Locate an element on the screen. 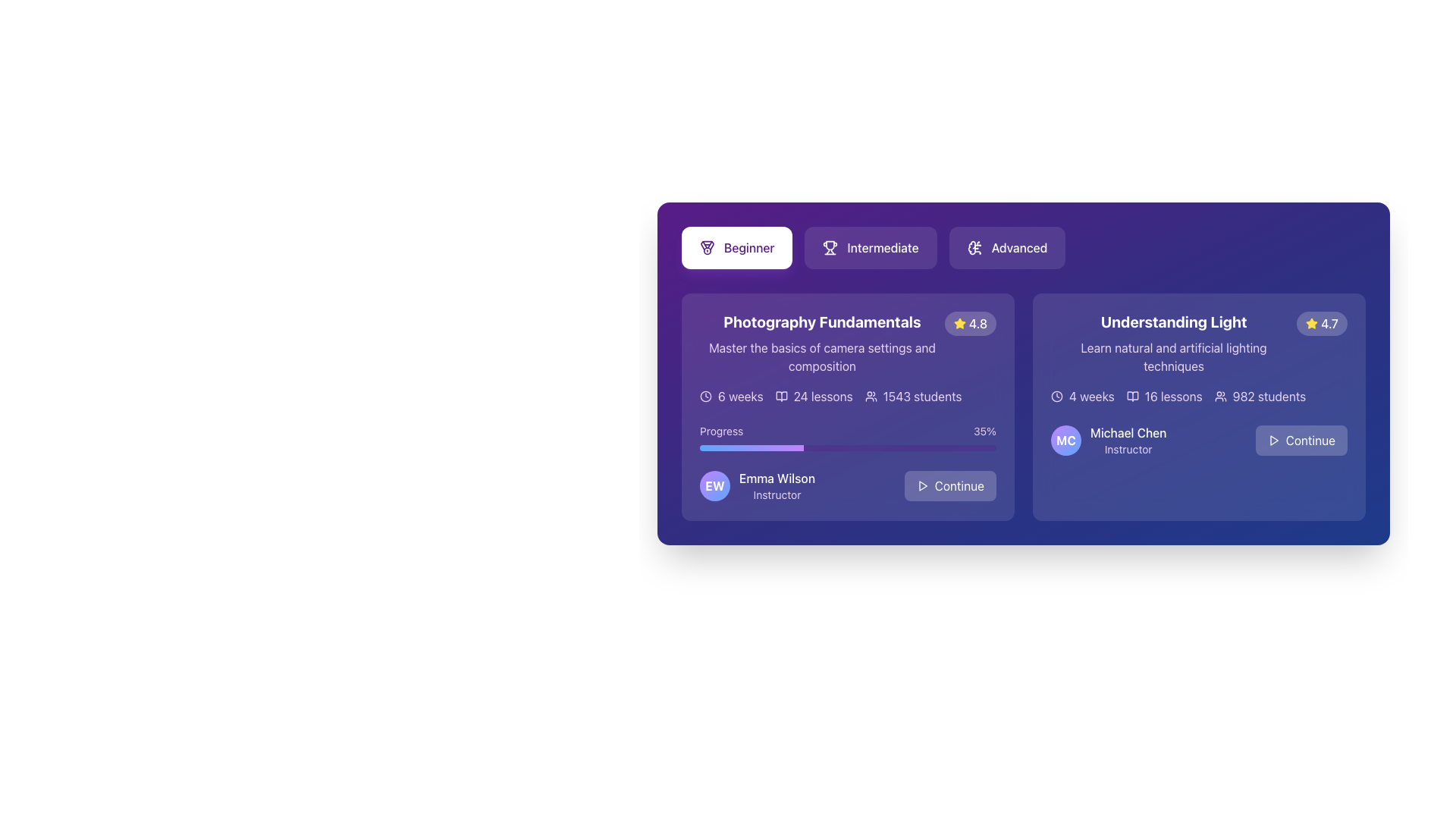 Image resolution: width=1456 pixels, height=819 pixels. the Text Label that provides additional details about the course titled 'Photography Fundamentals', located below the bold text in the leftmost card of the content group is located at coordinates (821, 356).